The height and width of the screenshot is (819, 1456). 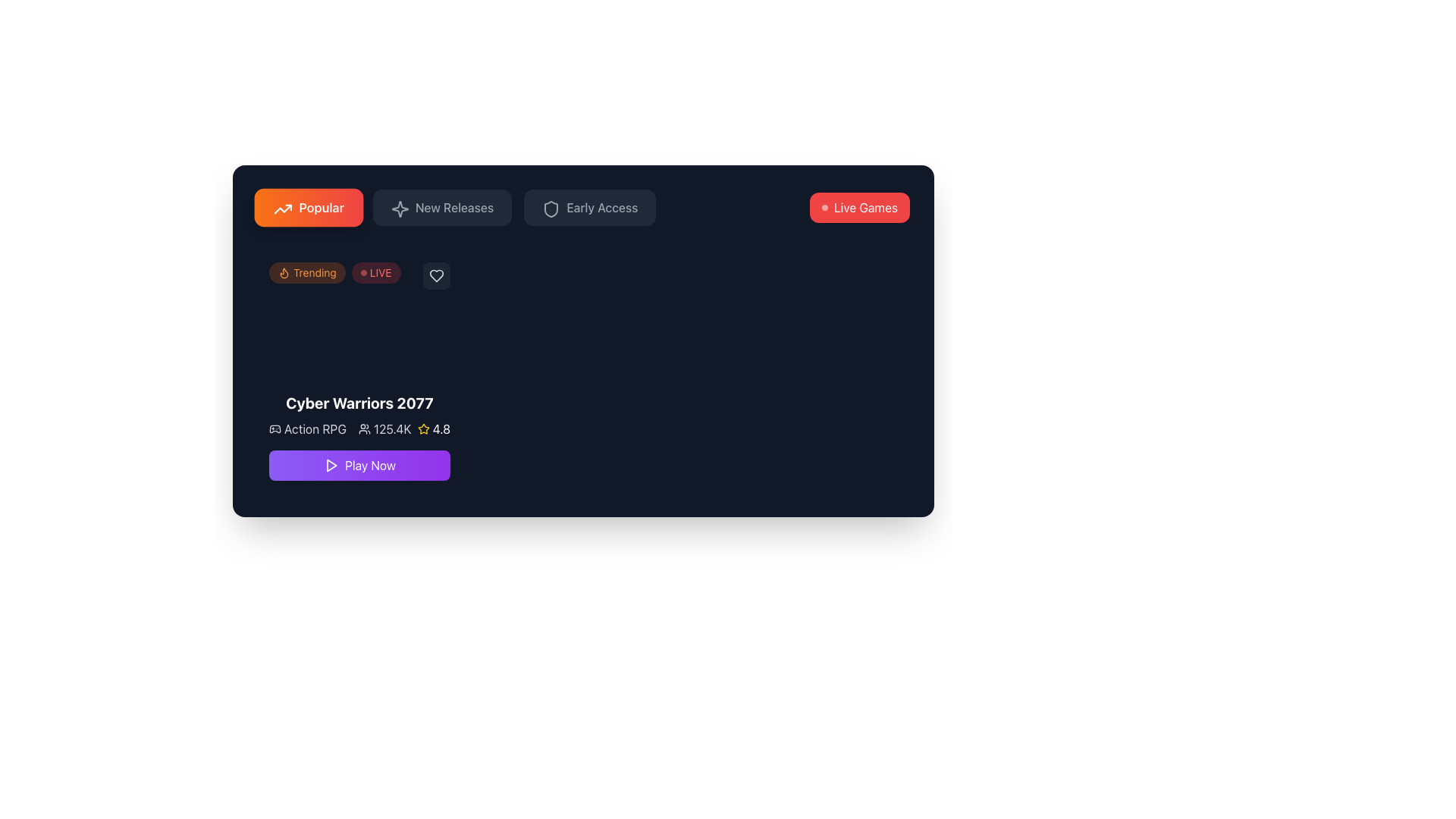 I want to click on the 'Play Now' button with a gradient background transitioning from violet to purple, located beneath 'Cyber Warriors 2077', to initiate the play action, so click(x=359, y=464).